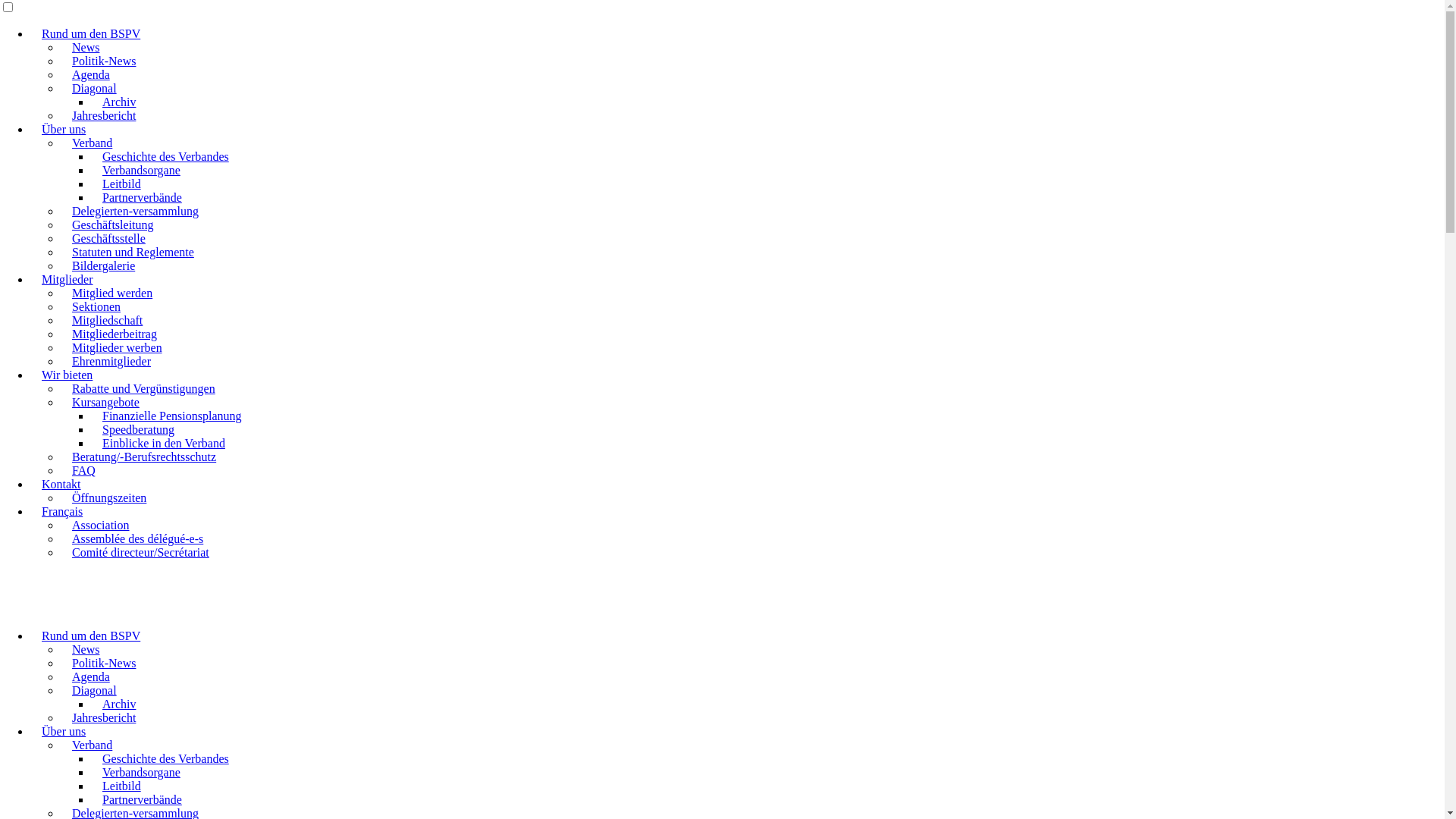 The image size is (1456, 819). I want to click on 'Verbandsorgane', so click(141, 772).